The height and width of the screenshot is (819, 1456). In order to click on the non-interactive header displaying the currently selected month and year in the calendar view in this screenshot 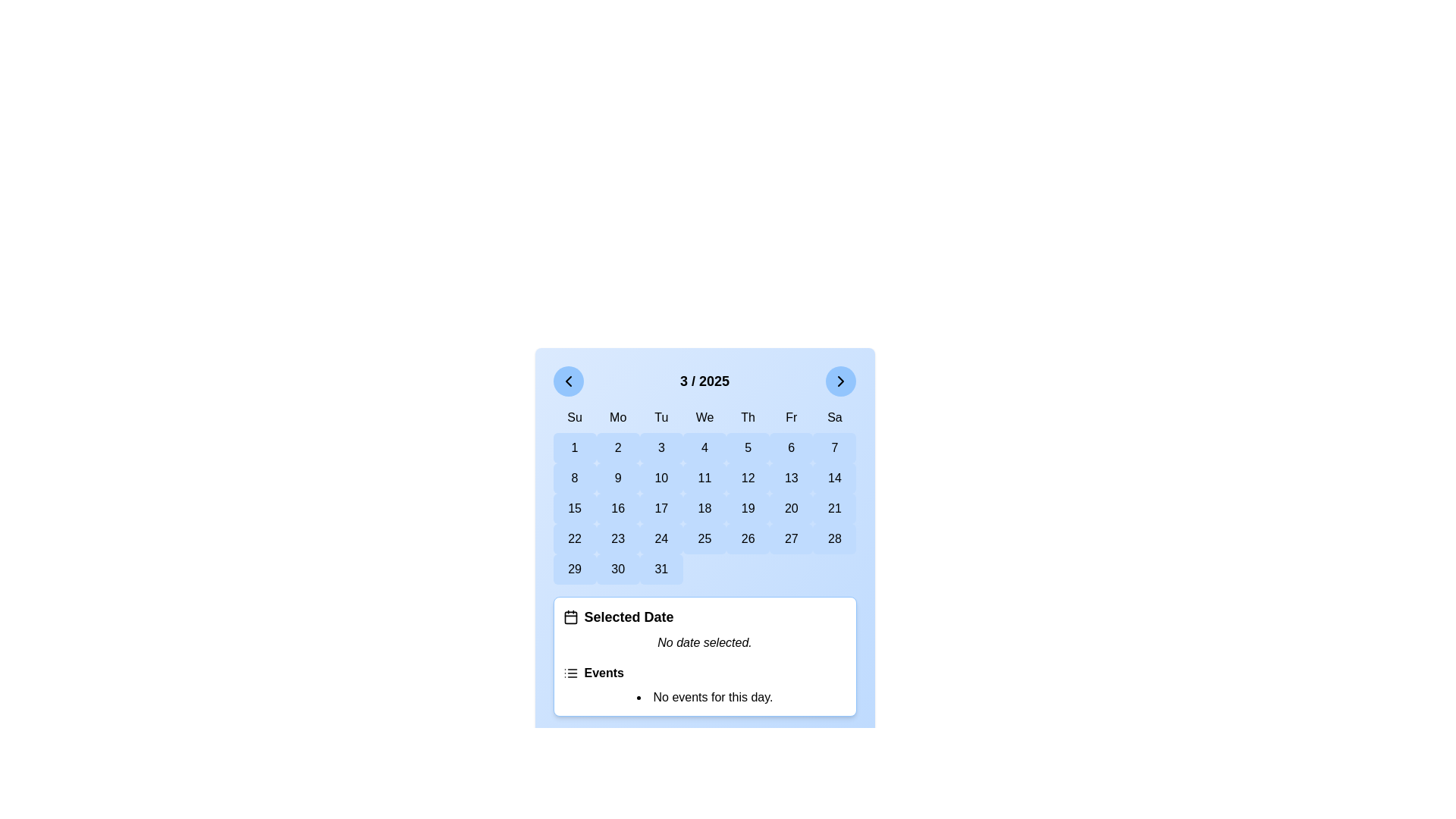, I will do `click(704, 380)`.